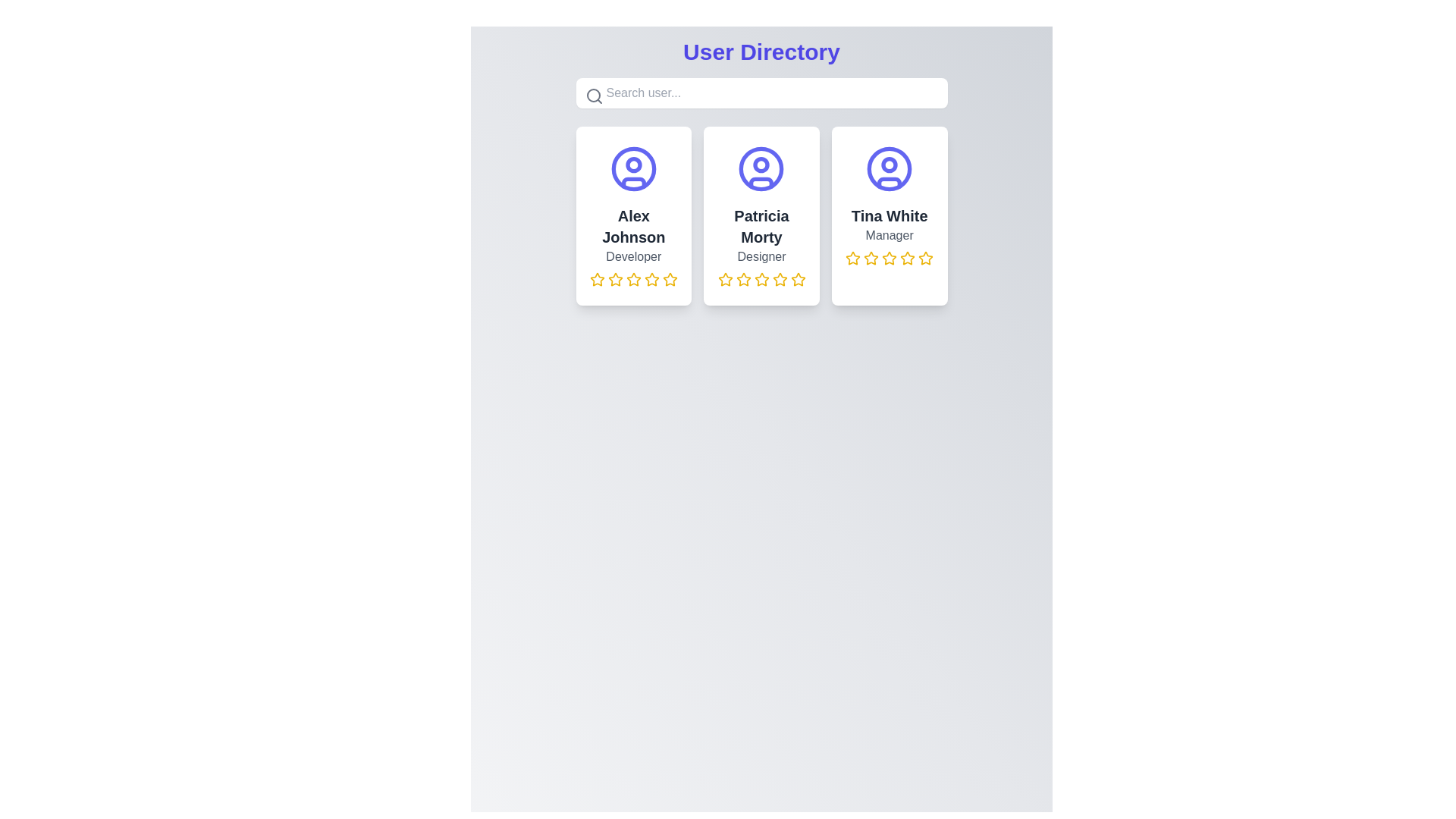  Describe the element at coordinates (633, 279) in the screenshot. I see `the second yellow star icon in the rating component under the 'Alex Johnson' user card` at that location.